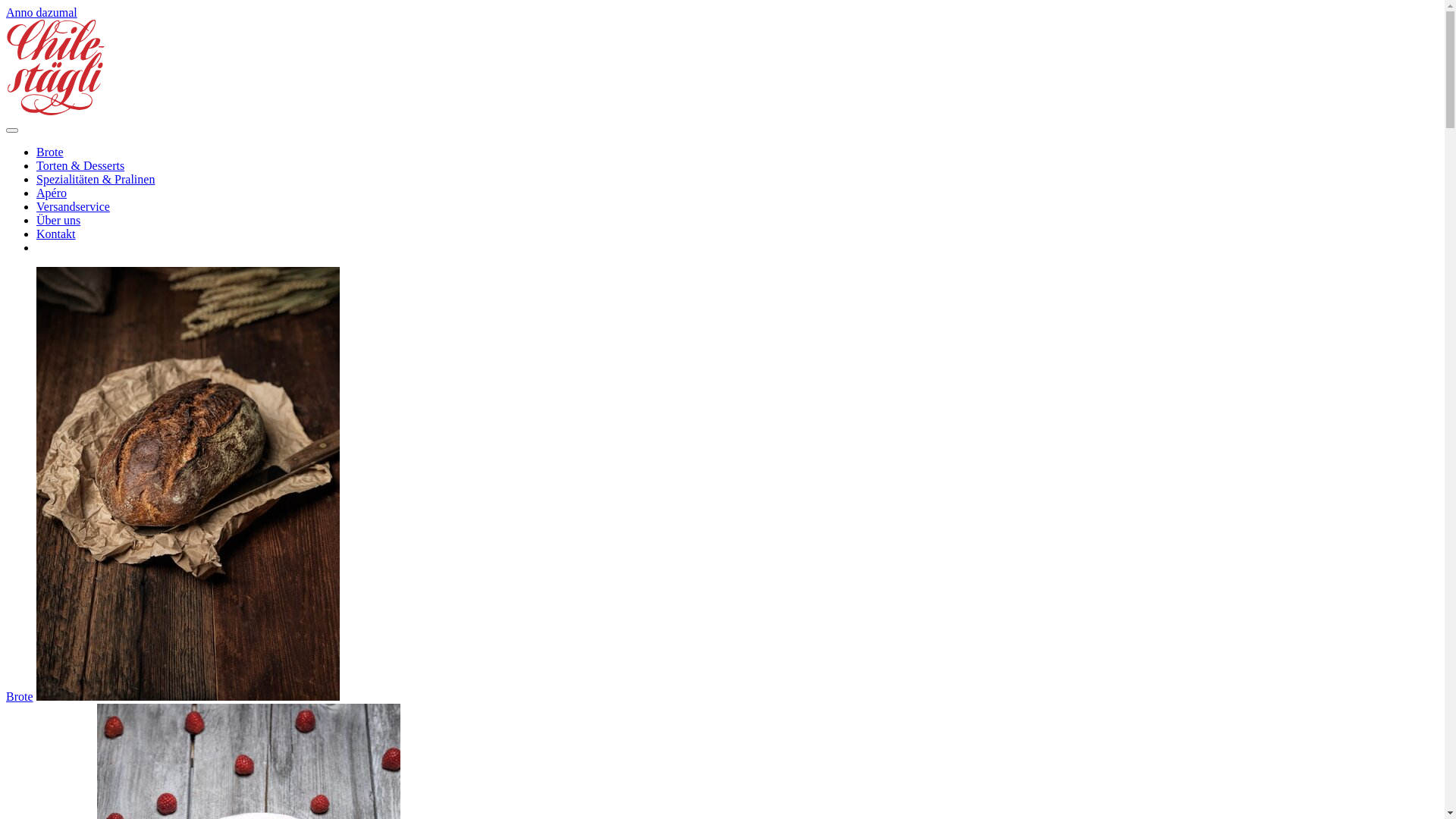  I want to click on 'Versandservice', so click(72, 206).